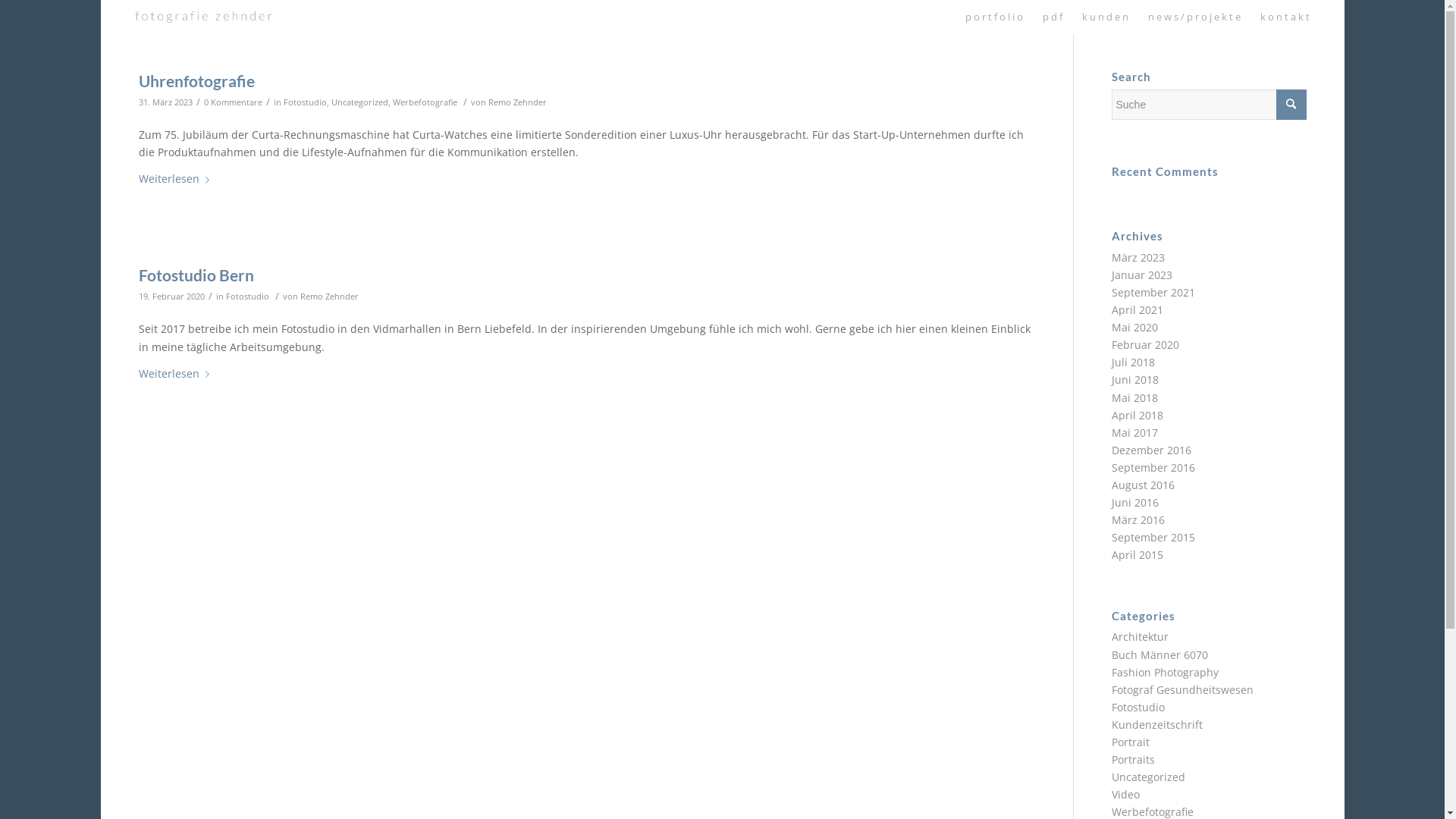 This screenshot has width=1456, height=819. I want to click on 'Juni 2016', so click(1135, 502).